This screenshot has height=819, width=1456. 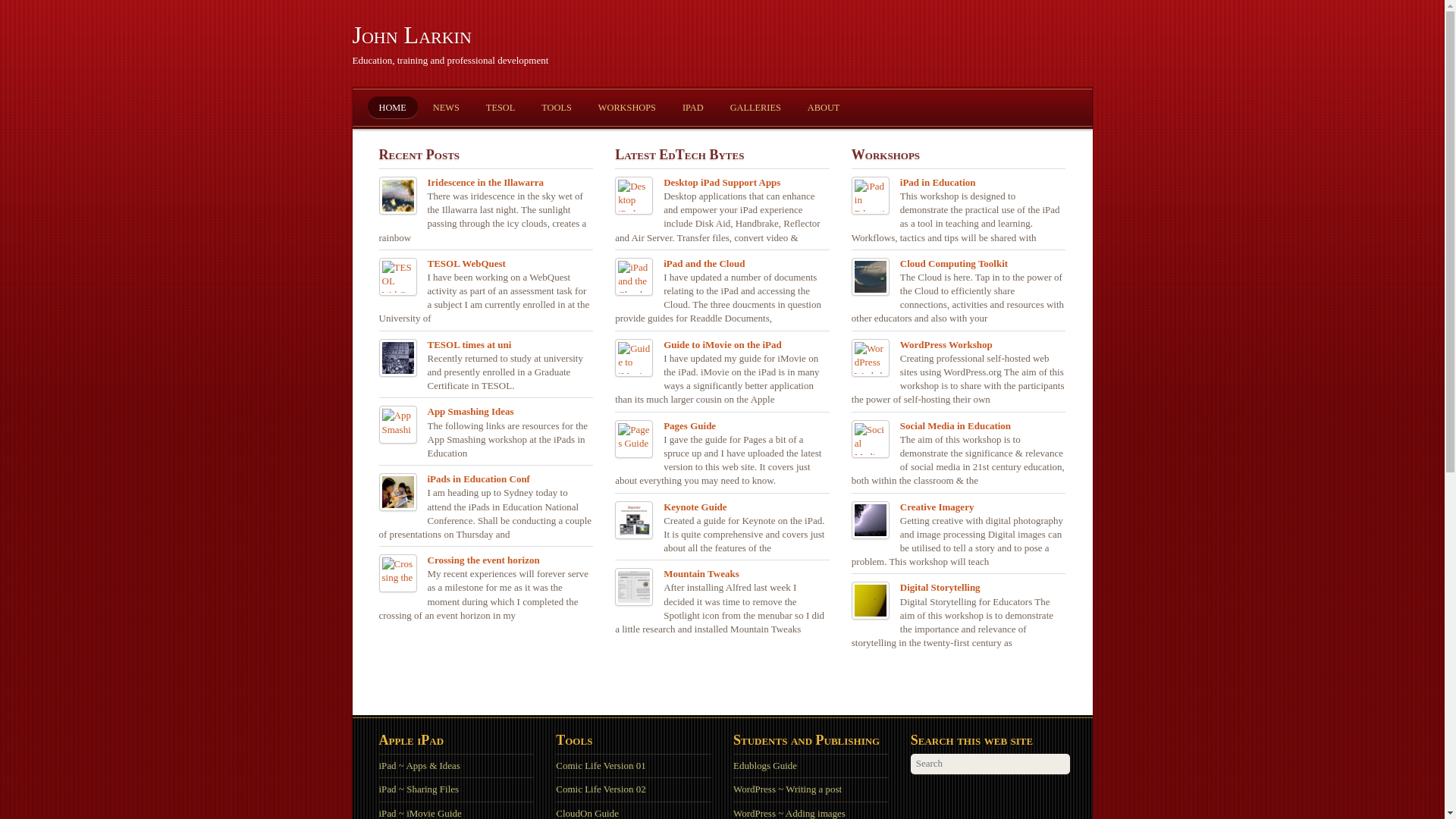 What do you see at coordinates (600, 765) in the screenshot?
I see `'Comic Life Version 01'` at bounding box center [600, 765].